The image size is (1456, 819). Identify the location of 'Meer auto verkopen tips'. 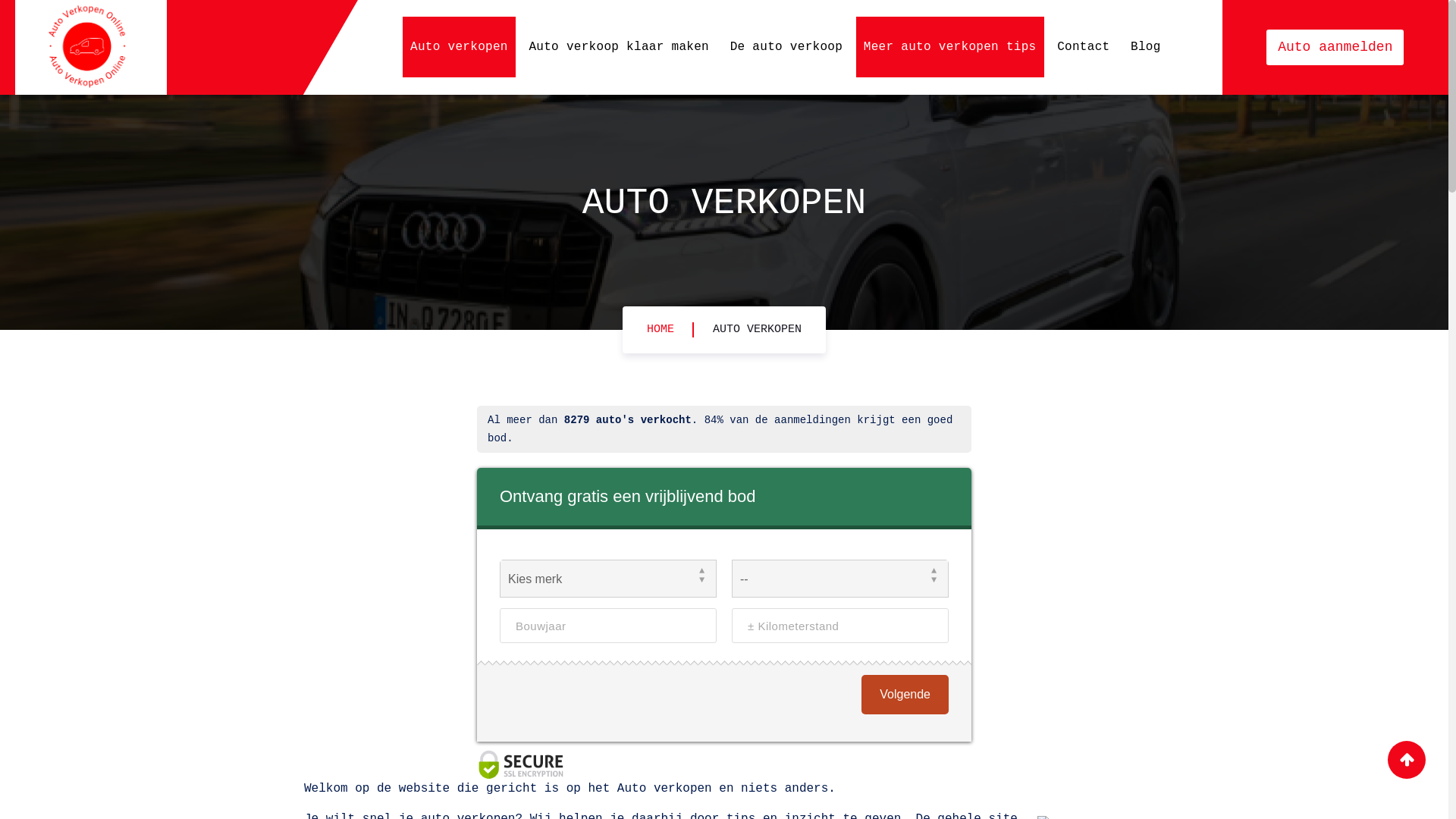
(949, 45).